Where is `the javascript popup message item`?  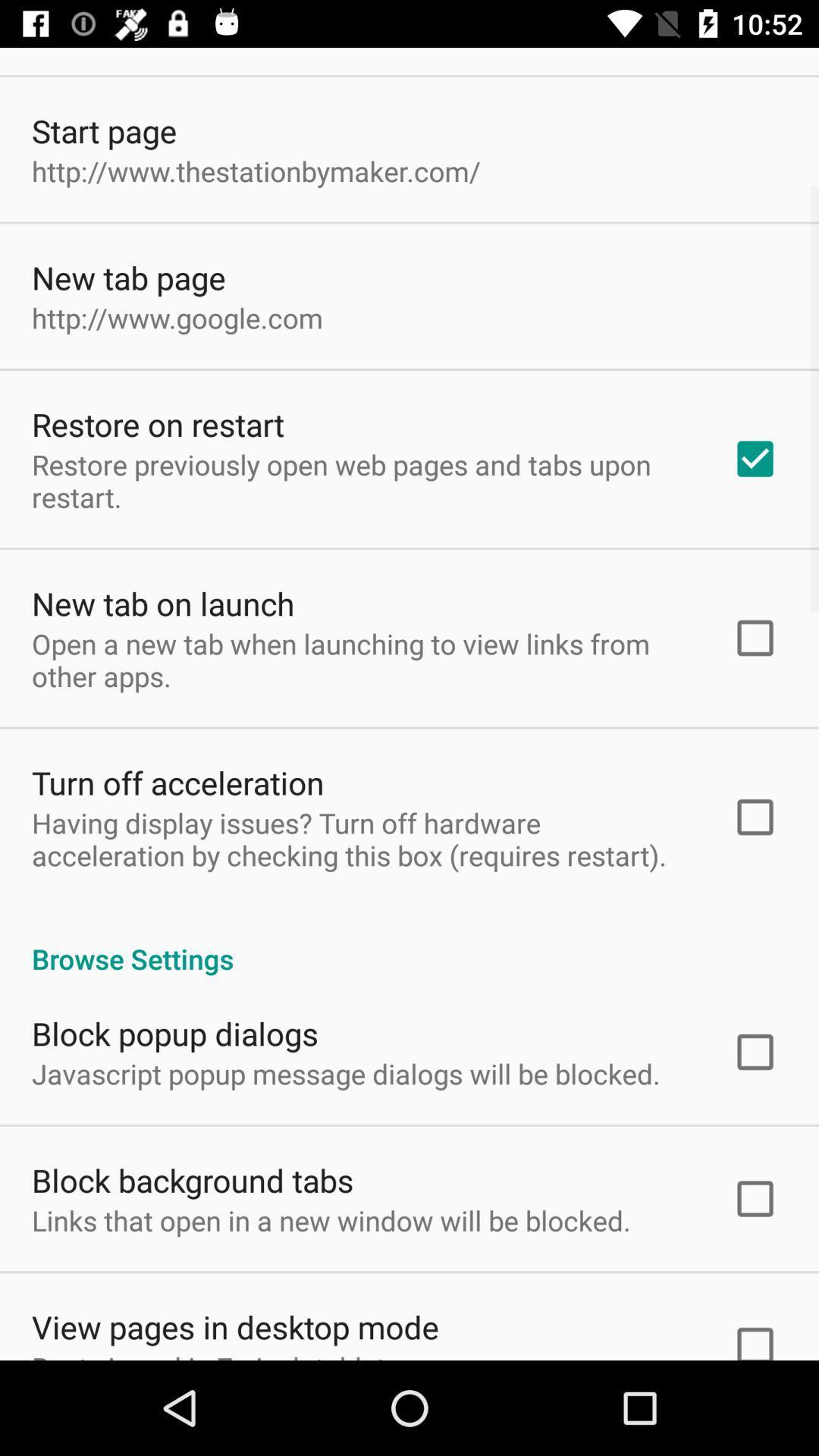 the javascript popup message item is located at coordinates (346, 1073).